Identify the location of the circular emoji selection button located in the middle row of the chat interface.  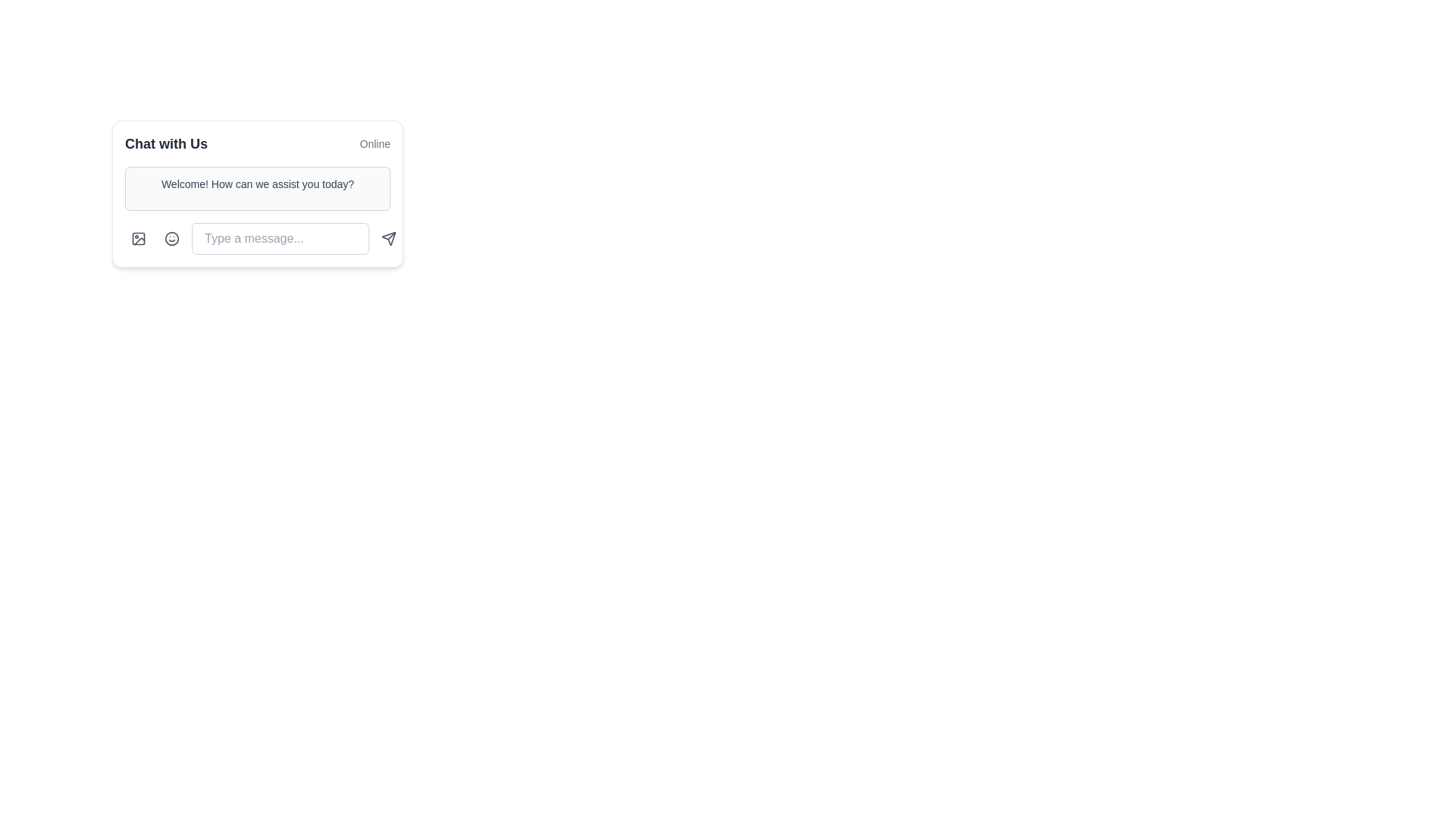
(171, 239).